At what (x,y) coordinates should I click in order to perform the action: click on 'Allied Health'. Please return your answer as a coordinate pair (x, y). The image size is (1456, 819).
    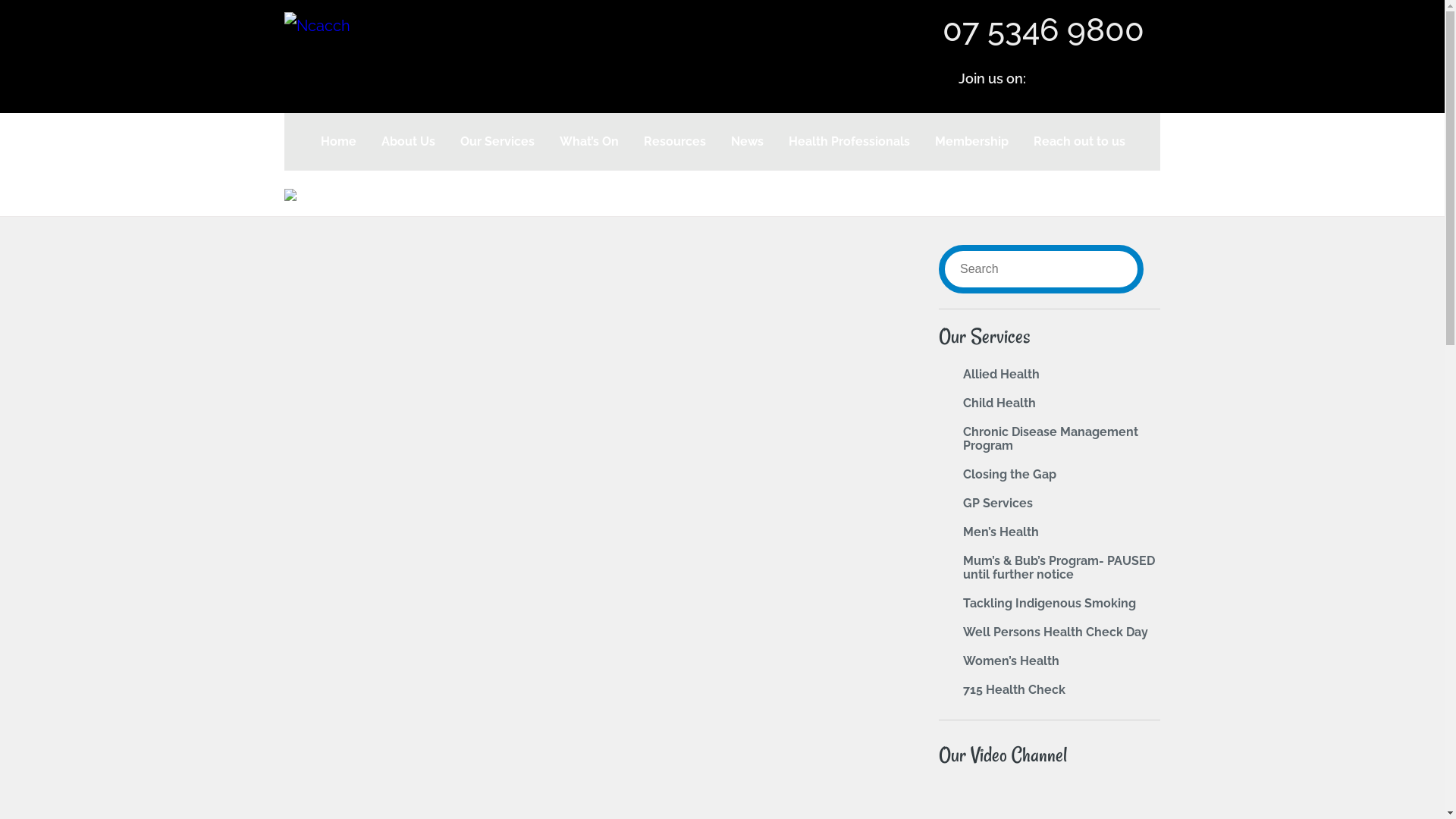
    Looking at the image, I should click on (1001, 374).